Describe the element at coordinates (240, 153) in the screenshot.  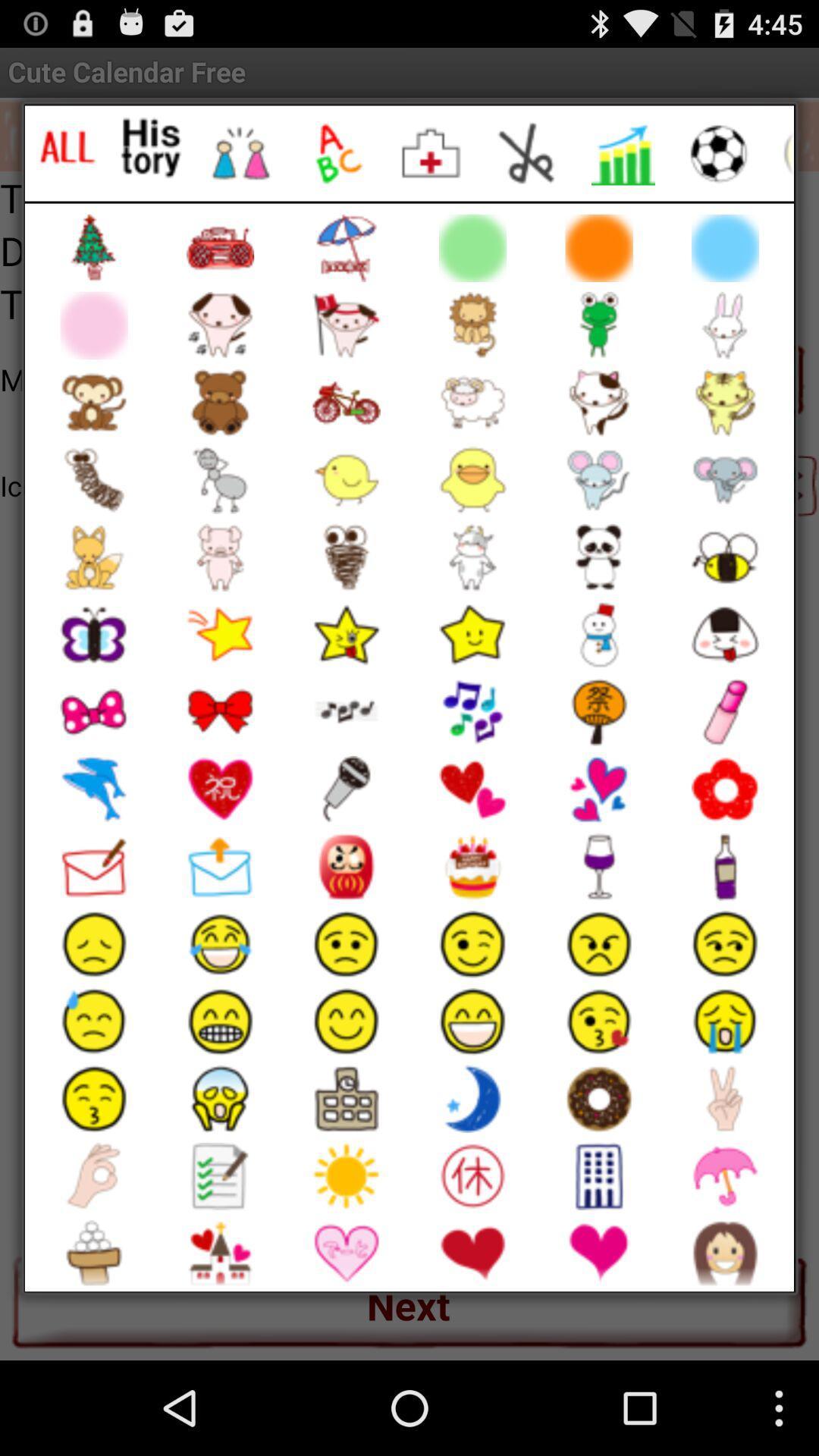
I see `people emoji` at that location.